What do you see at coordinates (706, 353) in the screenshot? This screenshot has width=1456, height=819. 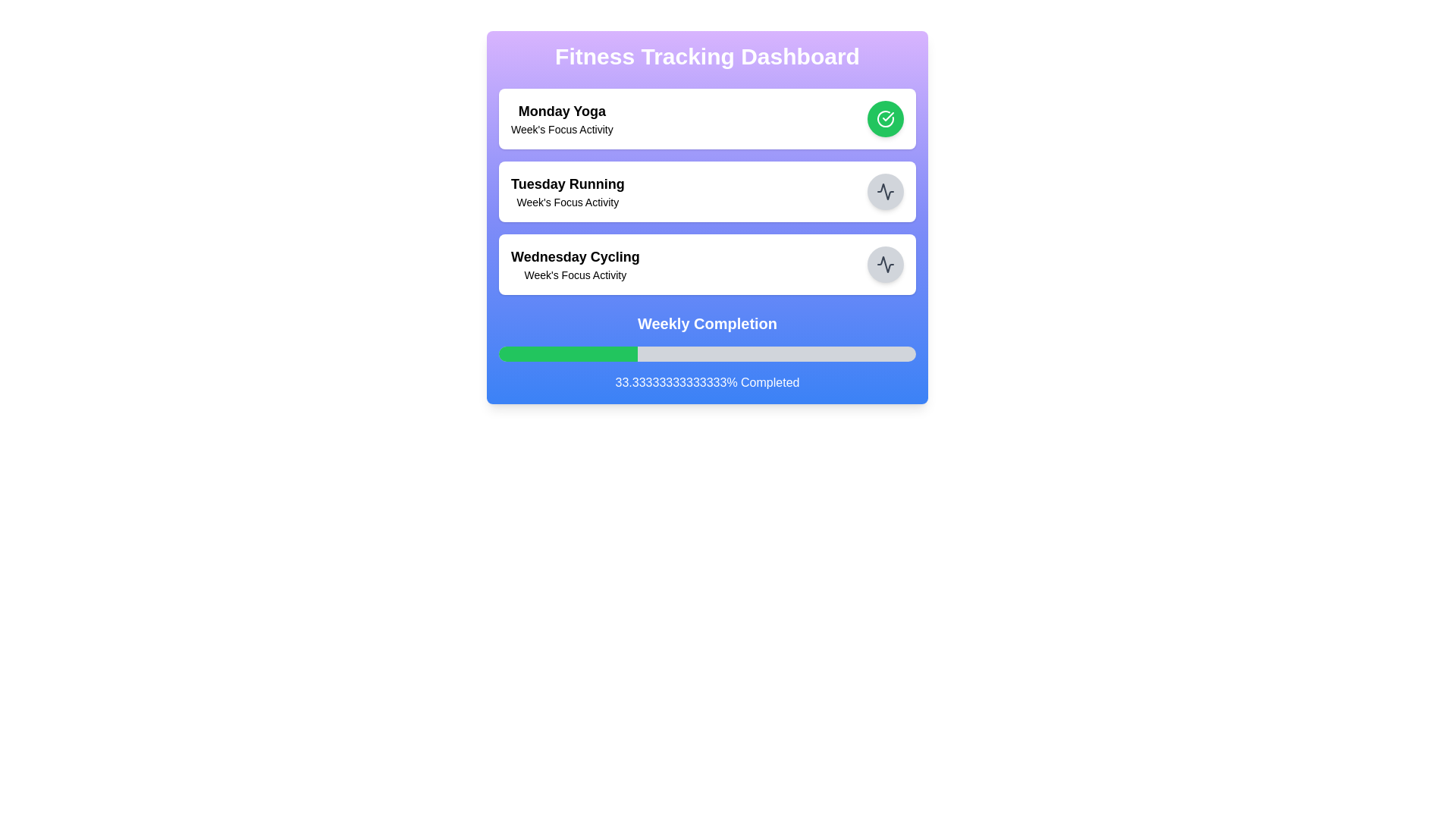 I see `the horizontal progress bar located below 'Weekly Completion' and above '33.33333333333333% Completed', which is styled as a rounded-rectangle with a gray background and a green filled segment indicating progress` at bounding box center [706, 353].